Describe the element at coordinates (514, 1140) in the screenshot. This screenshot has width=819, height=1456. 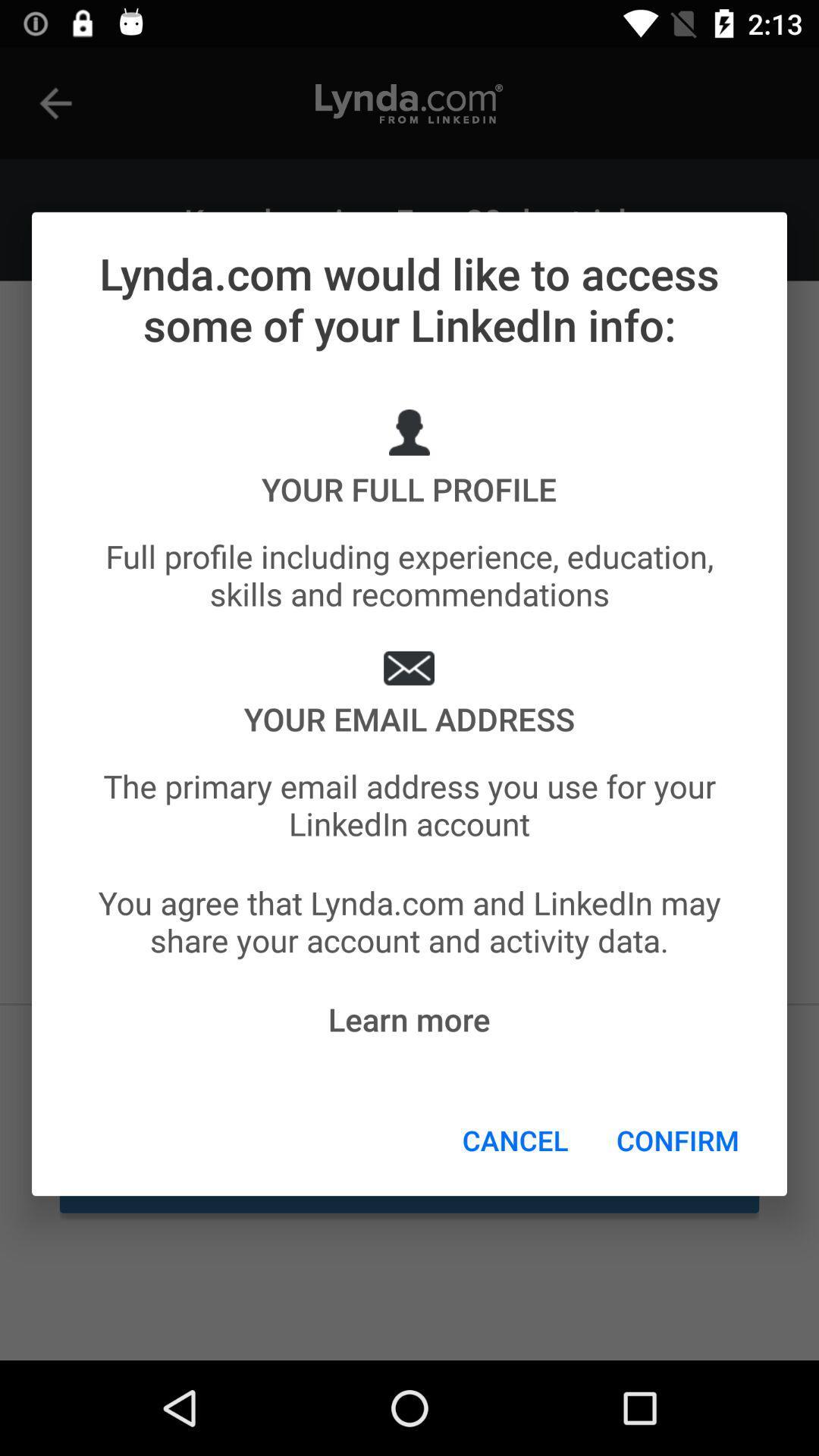
I see `the item below the learn more` at that location.